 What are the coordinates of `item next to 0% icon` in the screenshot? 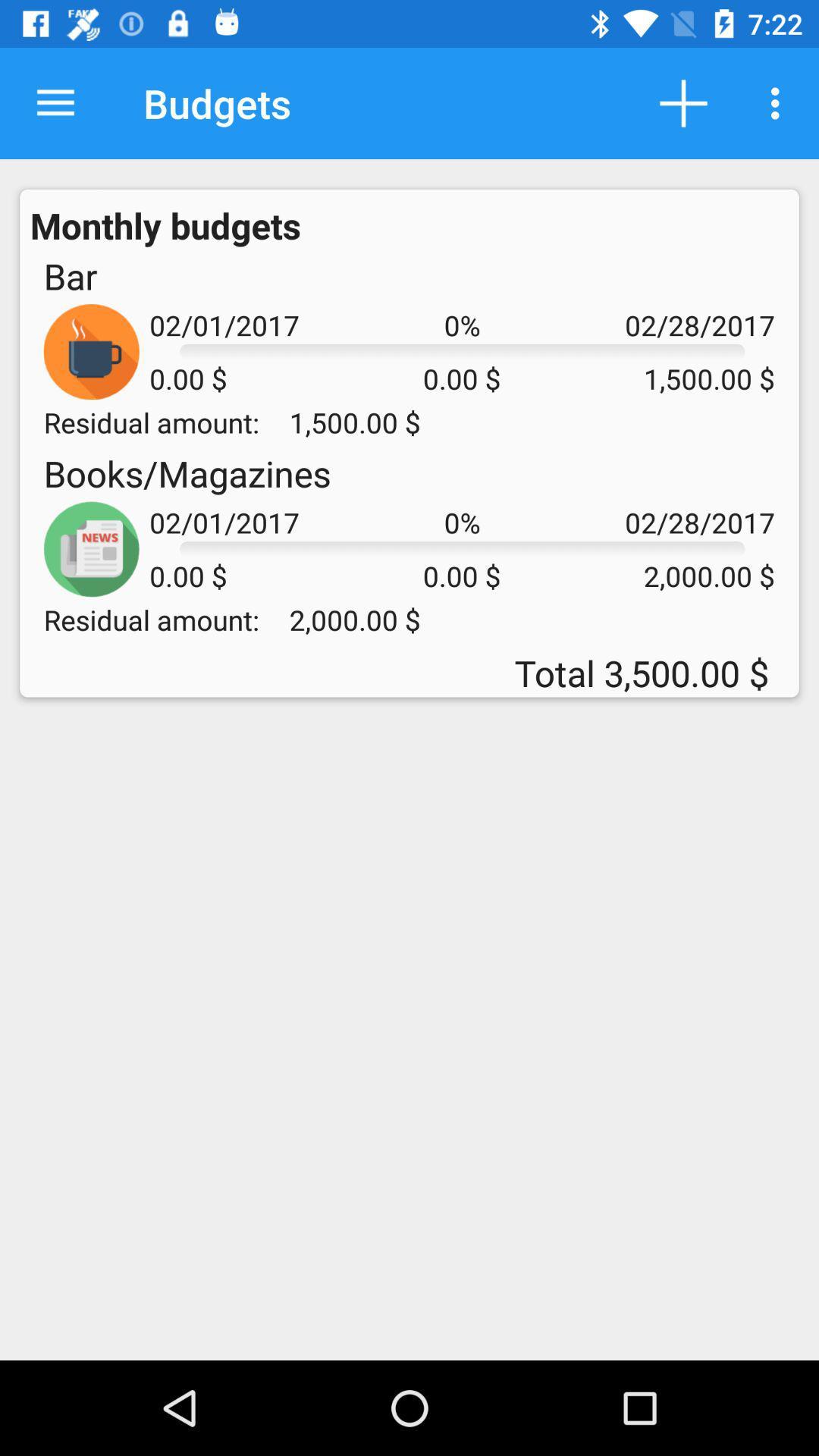 It's located at (187, 472).